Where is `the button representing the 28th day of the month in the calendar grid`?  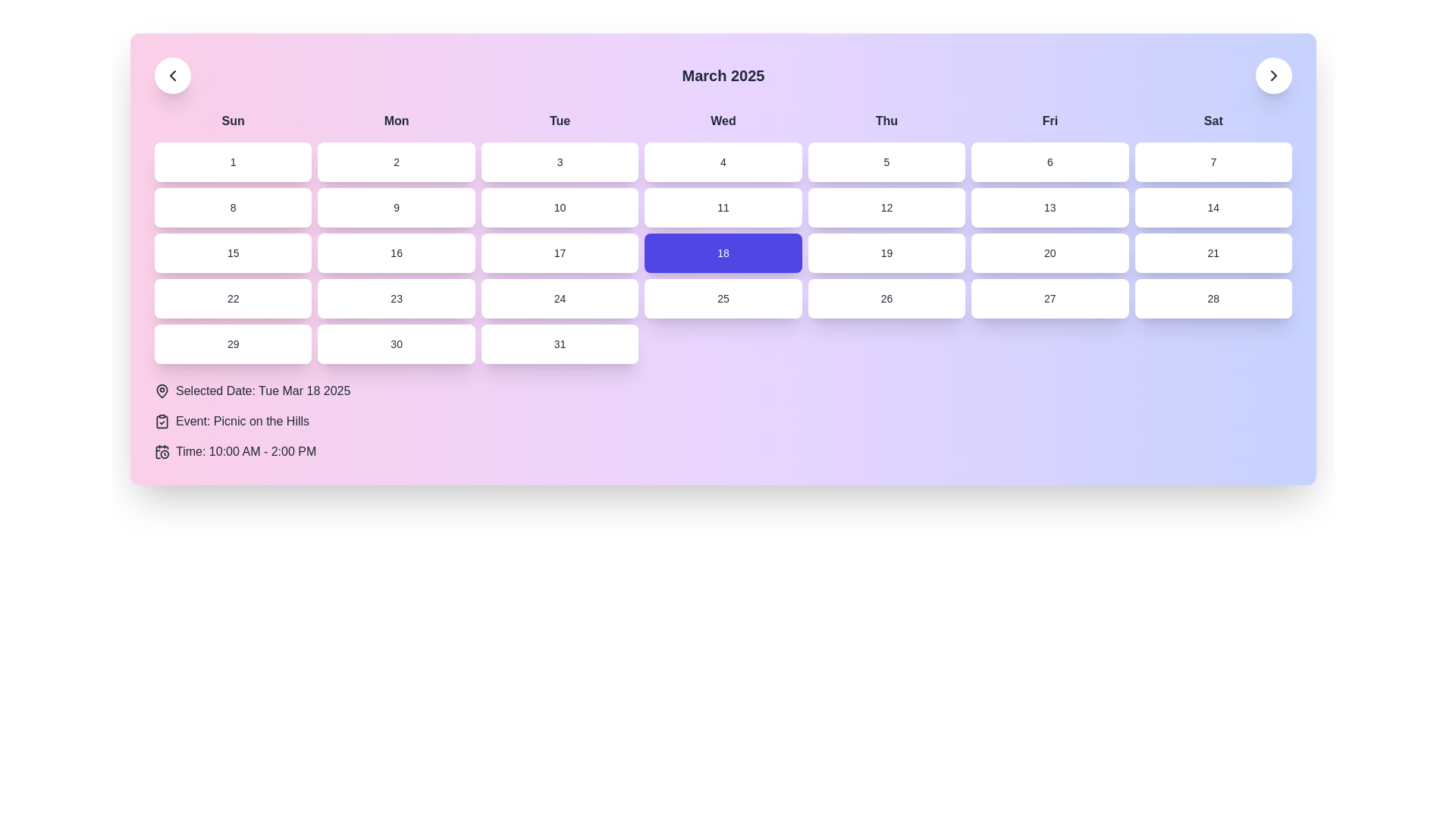 the button representing the 28th day of the month in the calendar grid is located at coordinates (1213, 298).